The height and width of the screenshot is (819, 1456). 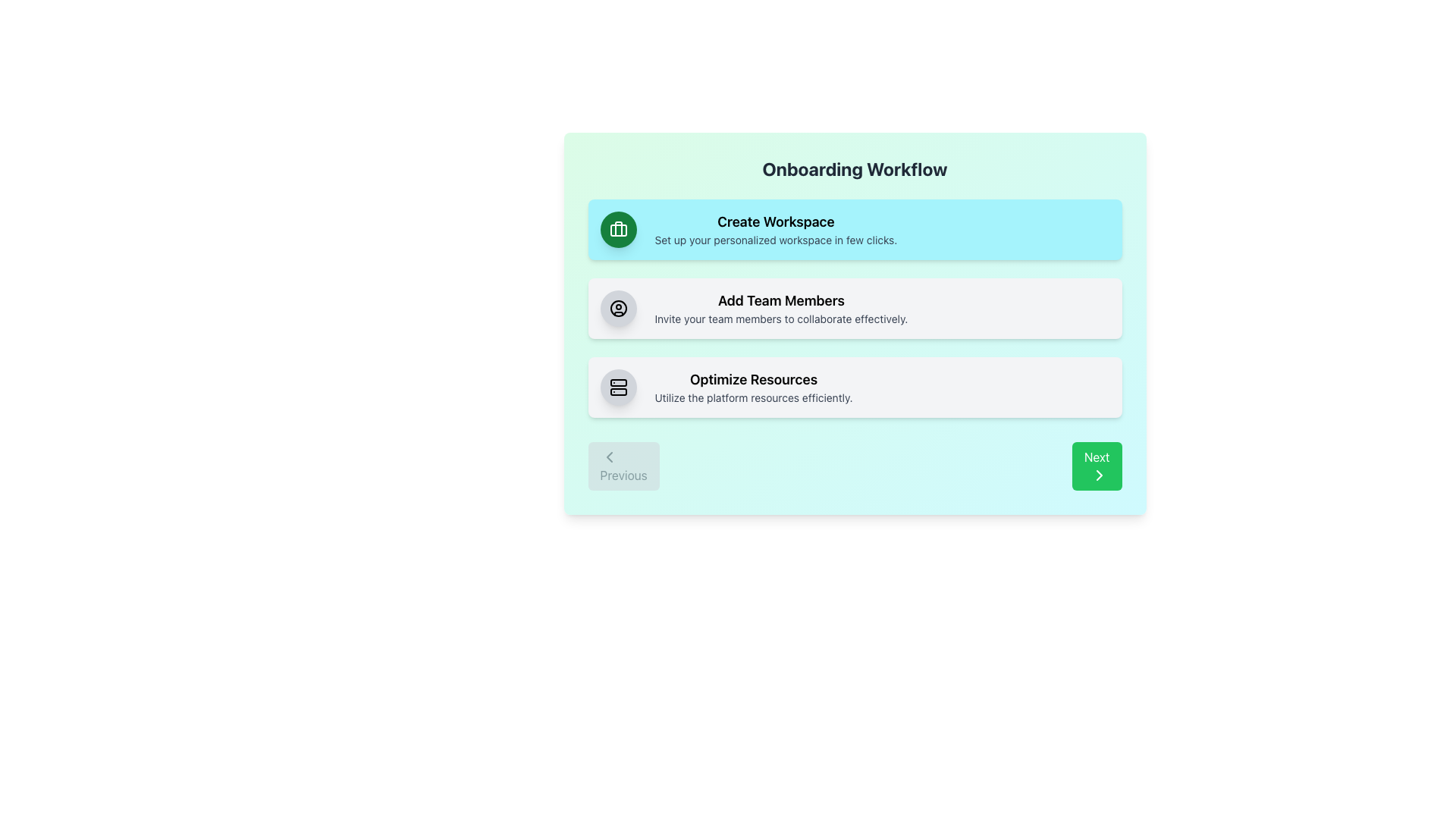 I want to click on the icon located on the right side of the 'Next' label text within the 'Next' button at the bottom right of the interface, so click(x=1099, y=475).